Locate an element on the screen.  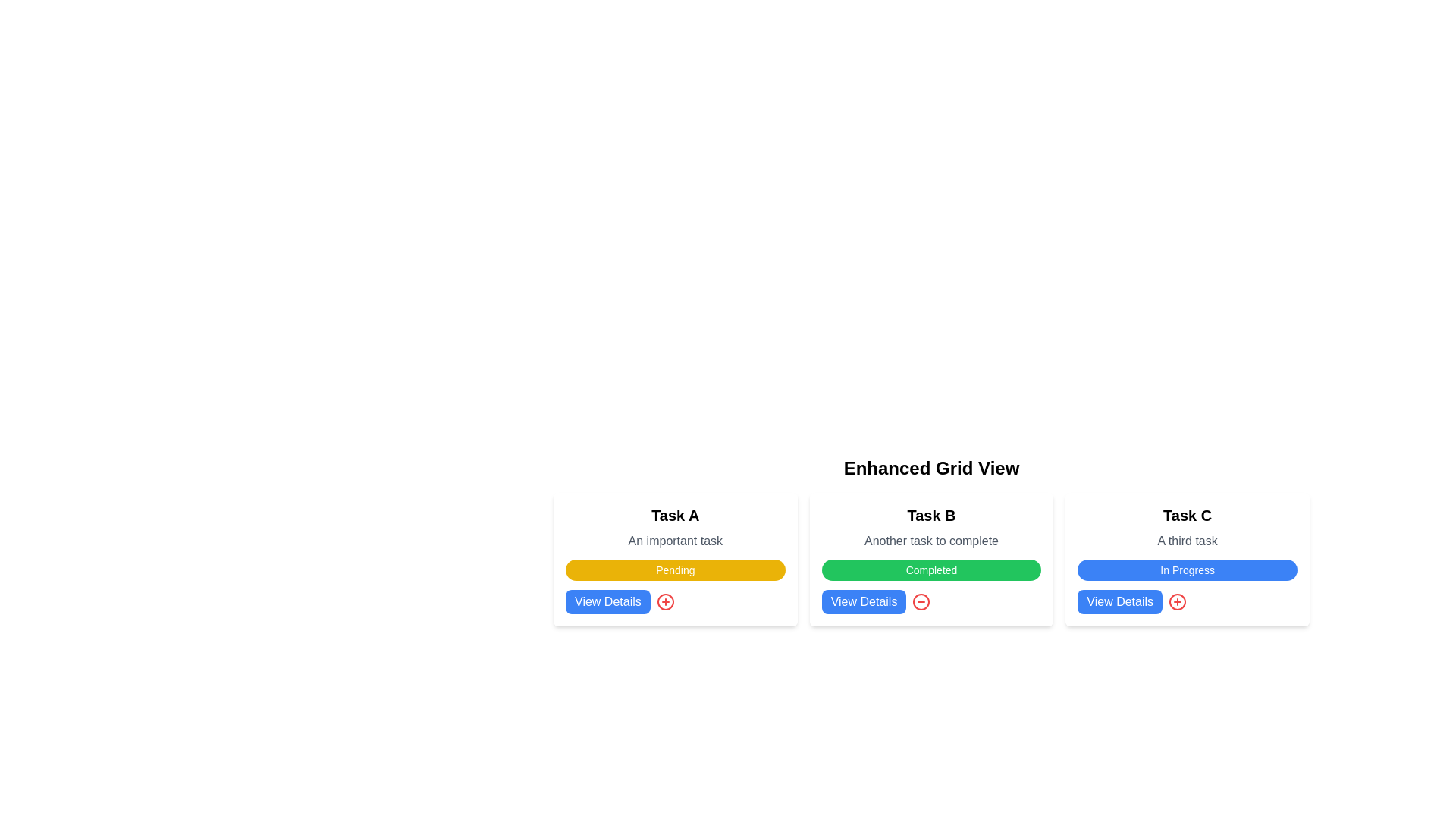
text label 'An important task' located within the white card below the heading 'Task A' and above the 'Pending' label is located at coordinates (674, 540).